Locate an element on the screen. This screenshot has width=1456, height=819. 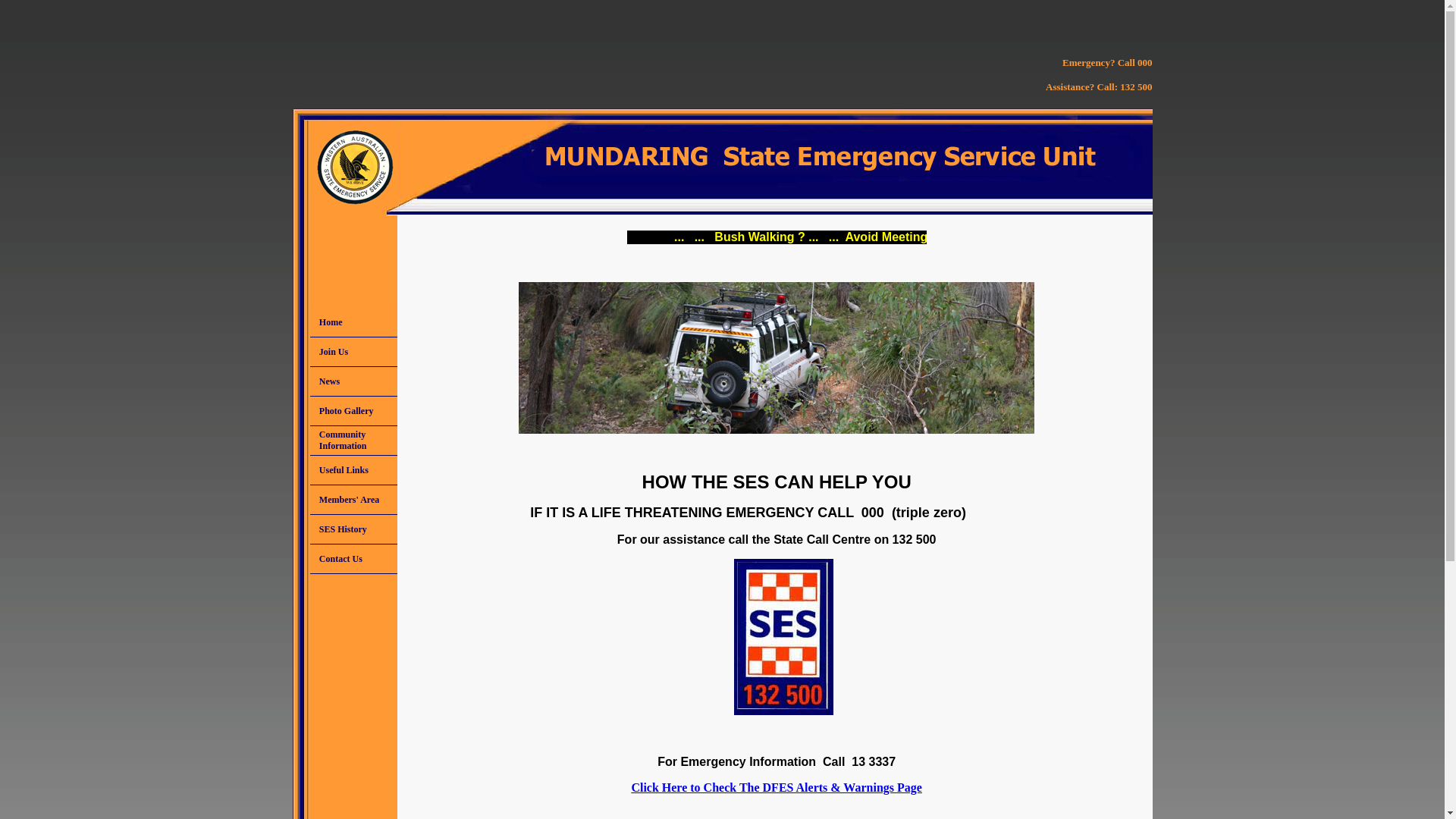
'News' is located at coordinates (353, 380).